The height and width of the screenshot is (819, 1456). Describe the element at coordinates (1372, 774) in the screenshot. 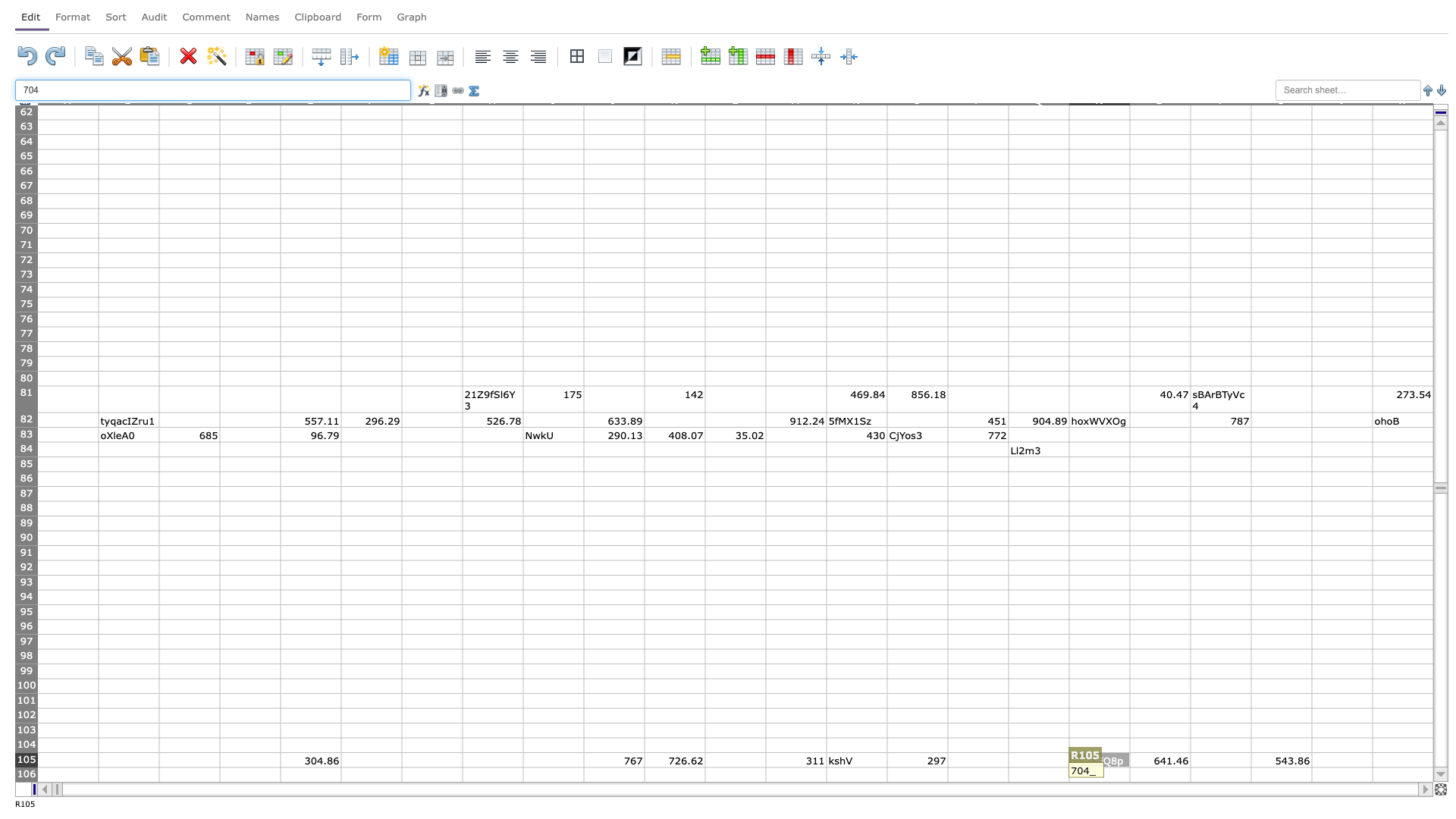

I see `Right edge of V-106` at that location.